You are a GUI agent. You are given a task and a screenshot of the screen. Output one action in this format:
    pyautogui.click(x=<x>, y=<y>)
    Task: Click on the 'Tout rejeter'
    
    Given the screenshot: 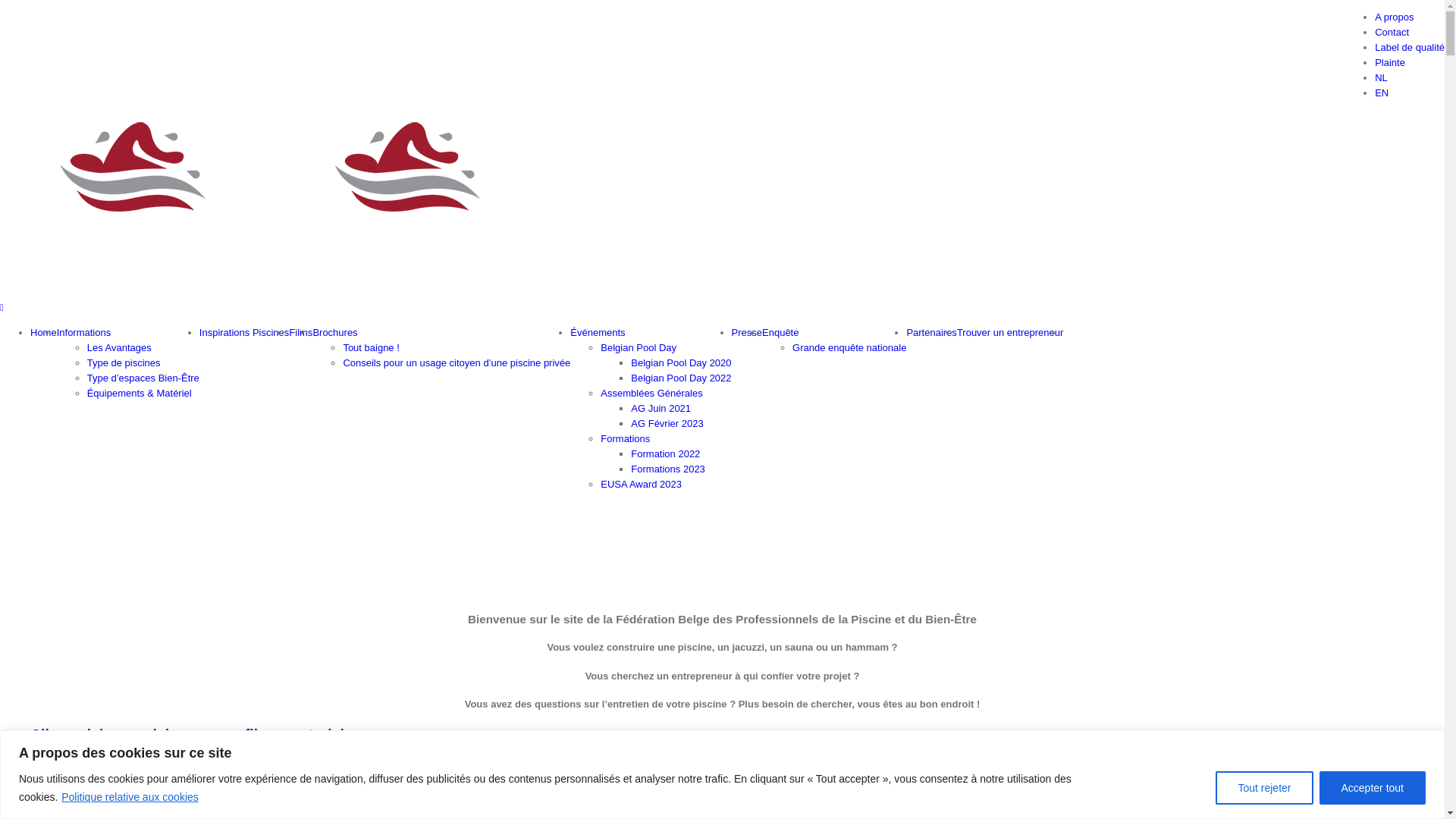 What is the action you would take?
    pyautogui.click(x=1263, y=786)
    